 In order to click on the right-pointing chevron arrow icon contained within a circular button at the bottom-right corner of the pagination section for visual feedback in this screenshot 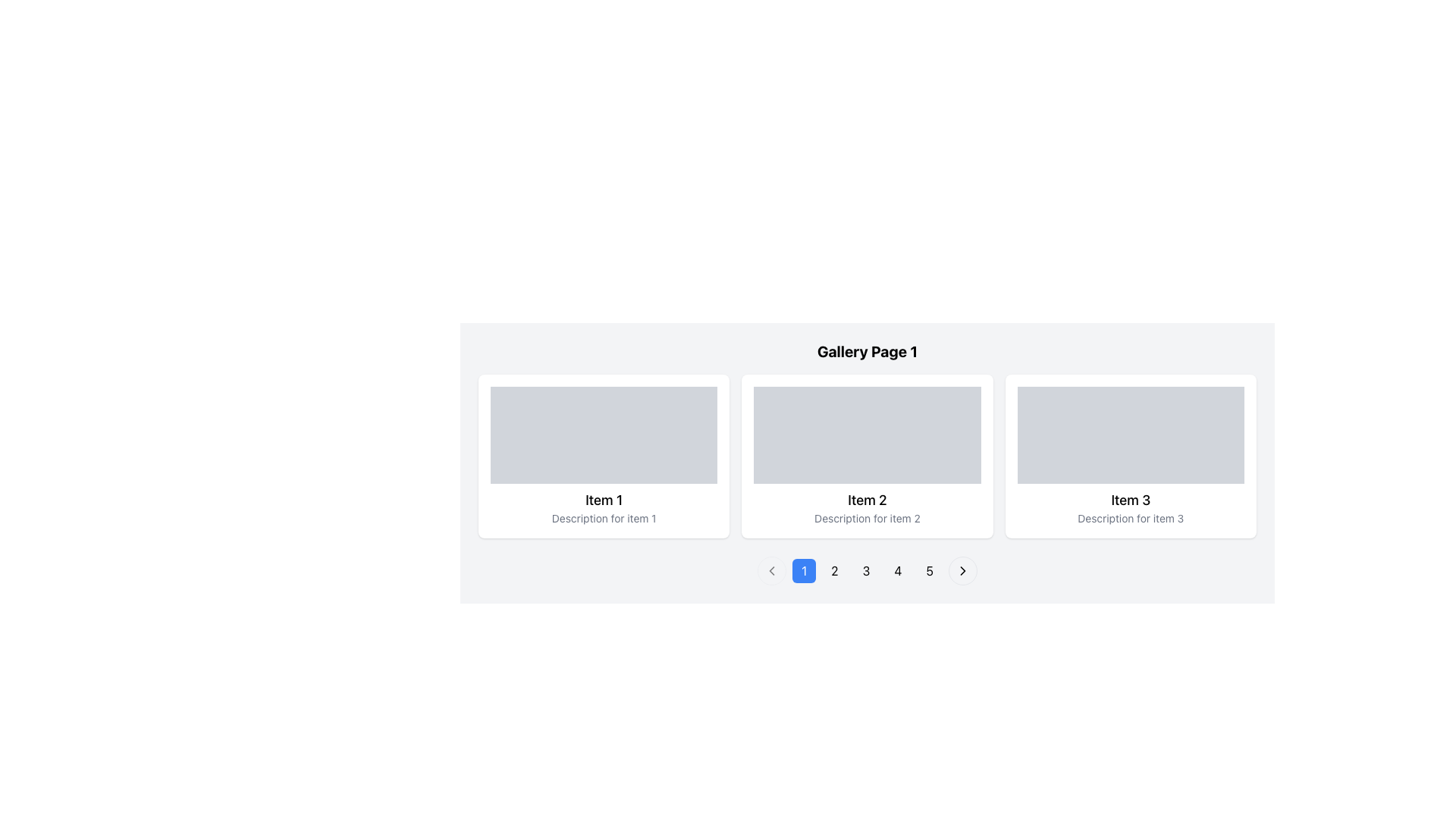, I will do `click(962, 570)`.